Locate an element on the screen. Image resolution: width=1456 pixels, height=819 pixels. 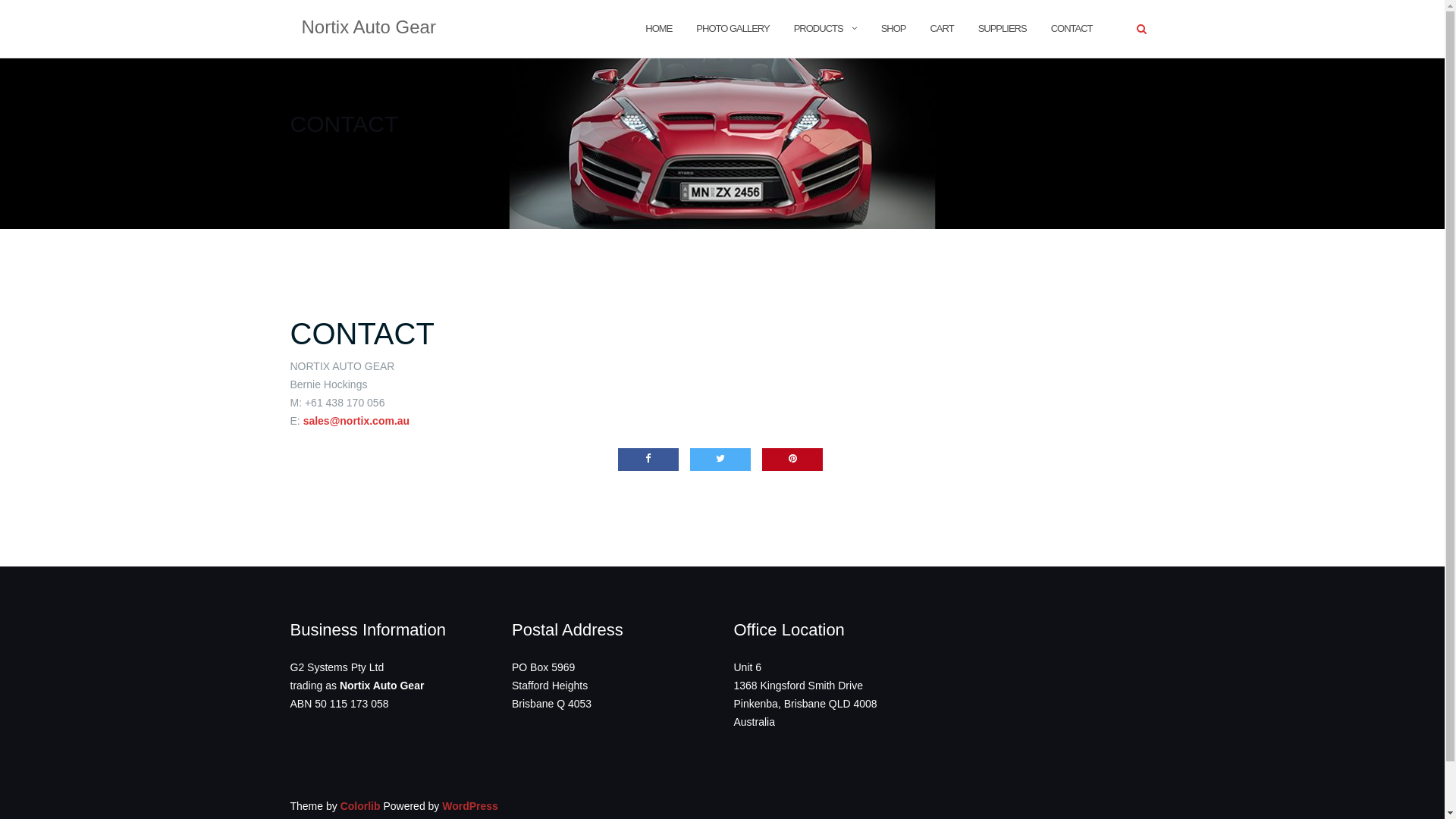
'PRODUCTS' is located at coordinates (817, 28).